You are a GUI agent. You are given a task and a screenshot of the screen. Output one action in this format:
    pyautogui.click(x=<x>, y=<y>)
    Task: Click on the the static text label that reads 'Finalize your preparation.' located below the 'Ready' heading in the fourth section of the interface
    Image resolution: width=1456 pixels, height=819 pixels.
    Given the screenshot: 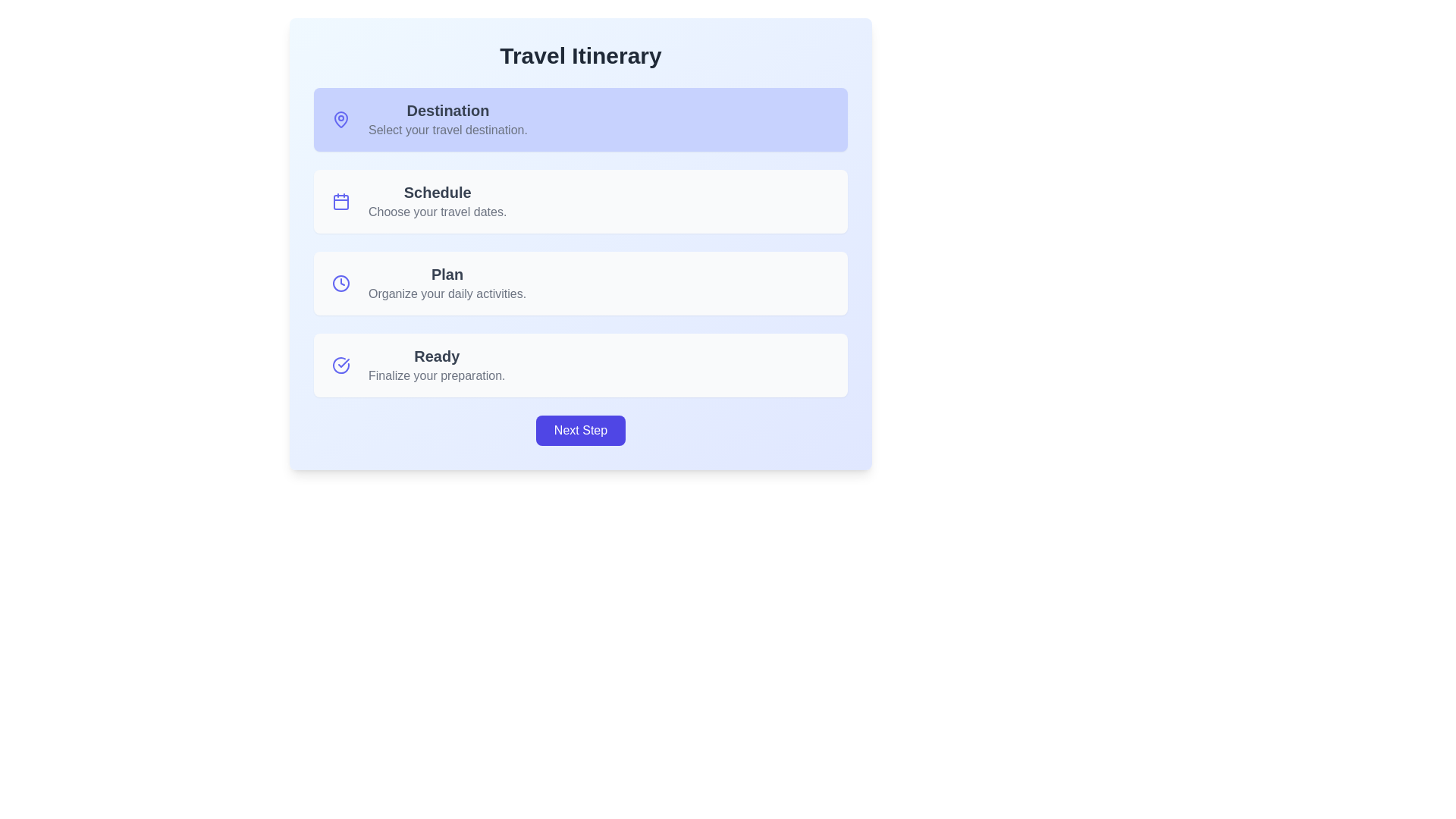 What is the action you would take?
    pyautogui.click(x=436, y=375)
    